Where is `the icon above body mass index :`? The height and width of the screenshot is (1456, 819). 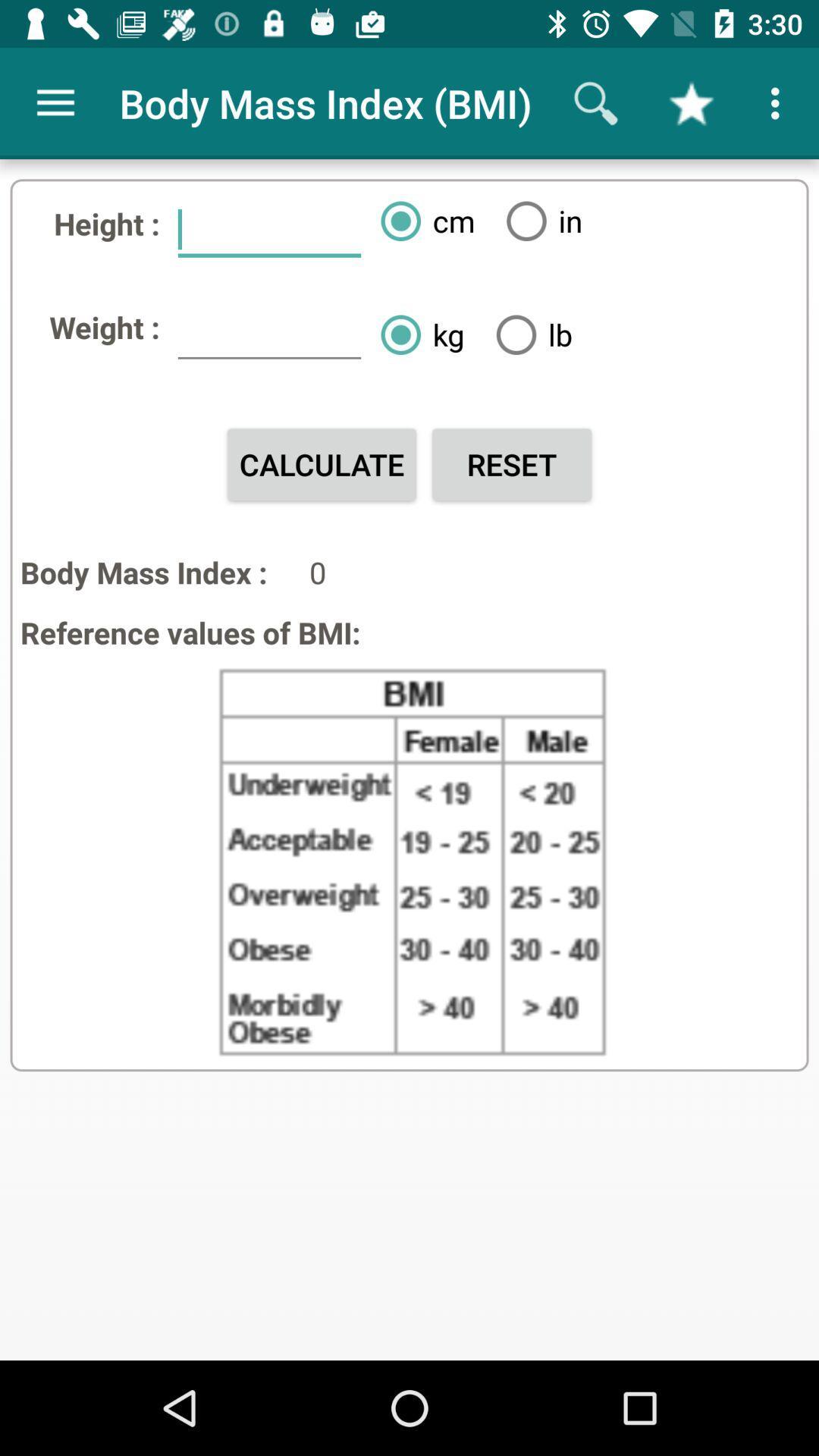 the icon above body mass index : is located at coordinates (321, 463).